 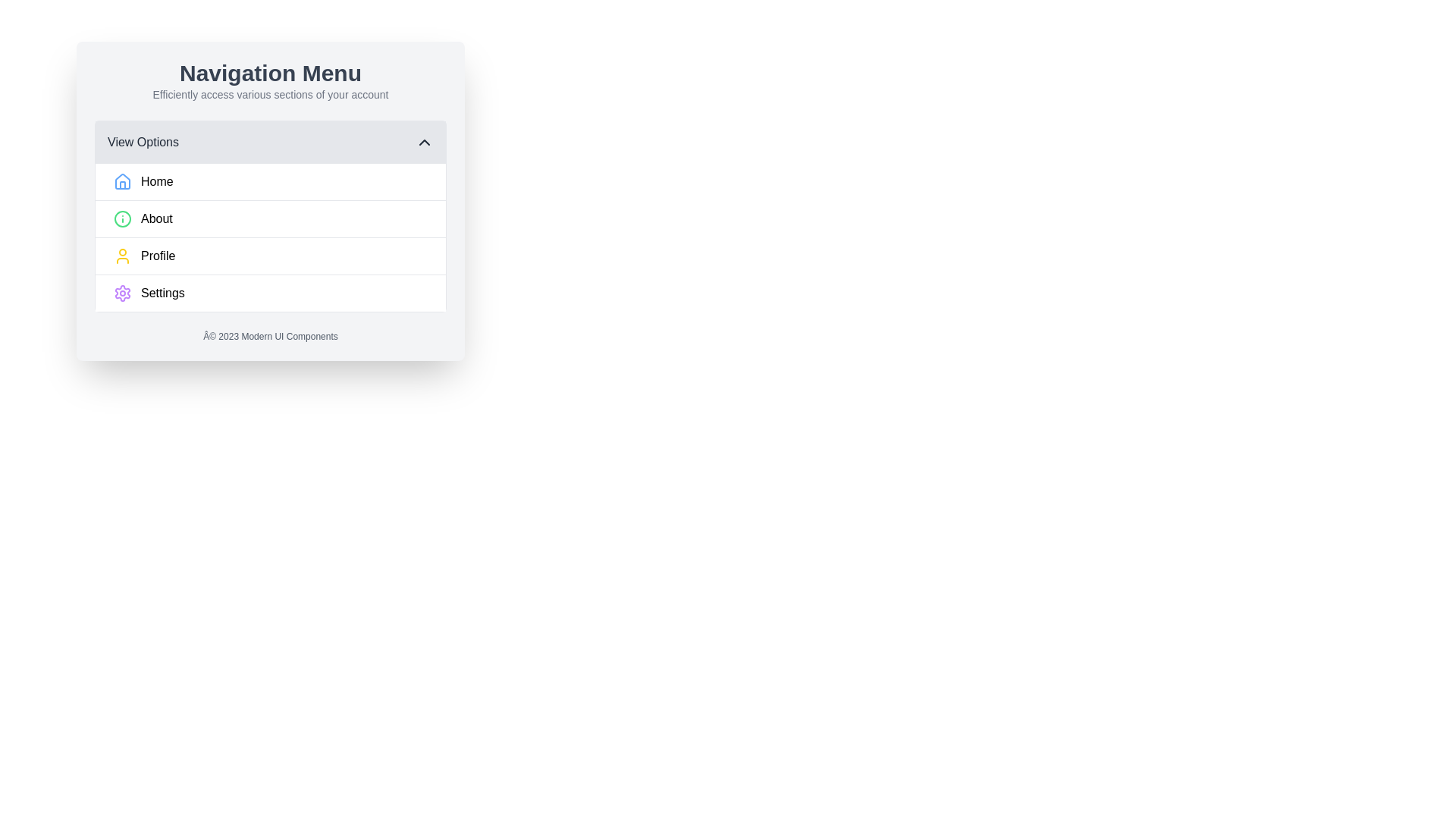 I want to click on the vertical rectangular shape that forms part of the house icon in the navigation menu, so click(x=123, y=184).